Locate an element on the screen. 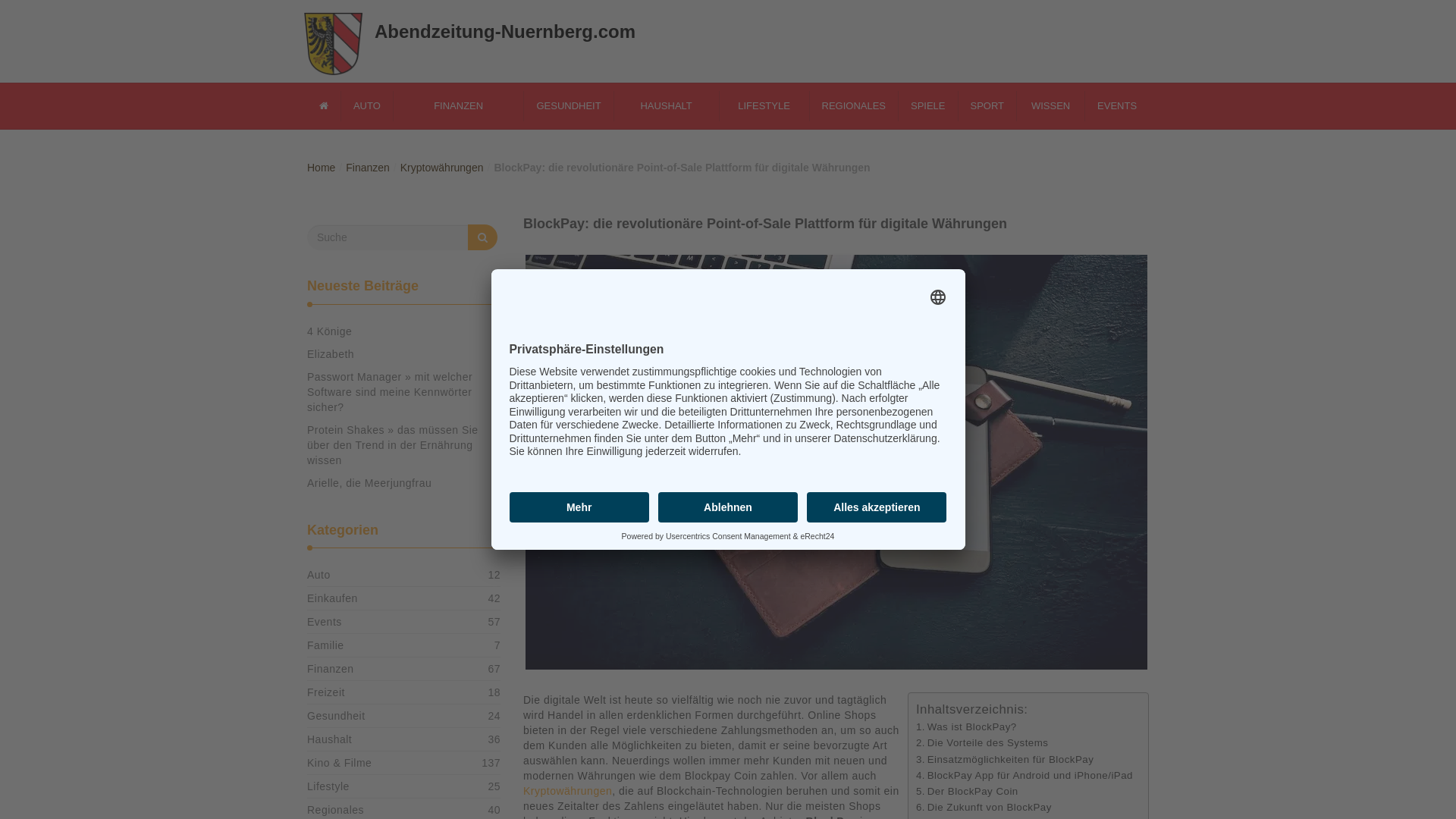 This screenshot has width=1456, height=819. 'HAUSHALT' is located at coordinates (660, 105).